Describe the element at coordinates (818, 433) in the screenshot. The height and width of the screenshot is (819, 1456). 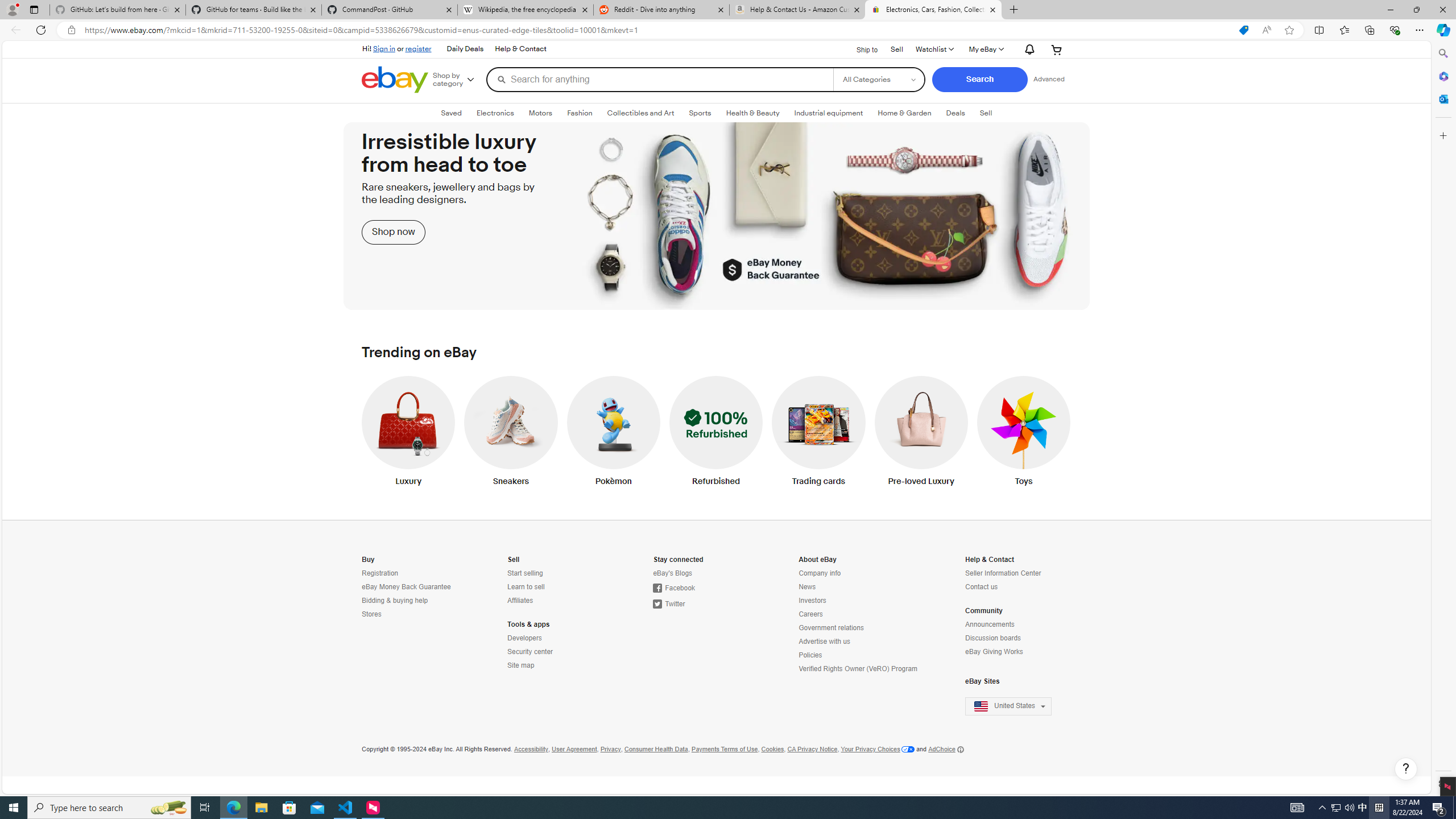
I see `'Trading cards'` at that location.